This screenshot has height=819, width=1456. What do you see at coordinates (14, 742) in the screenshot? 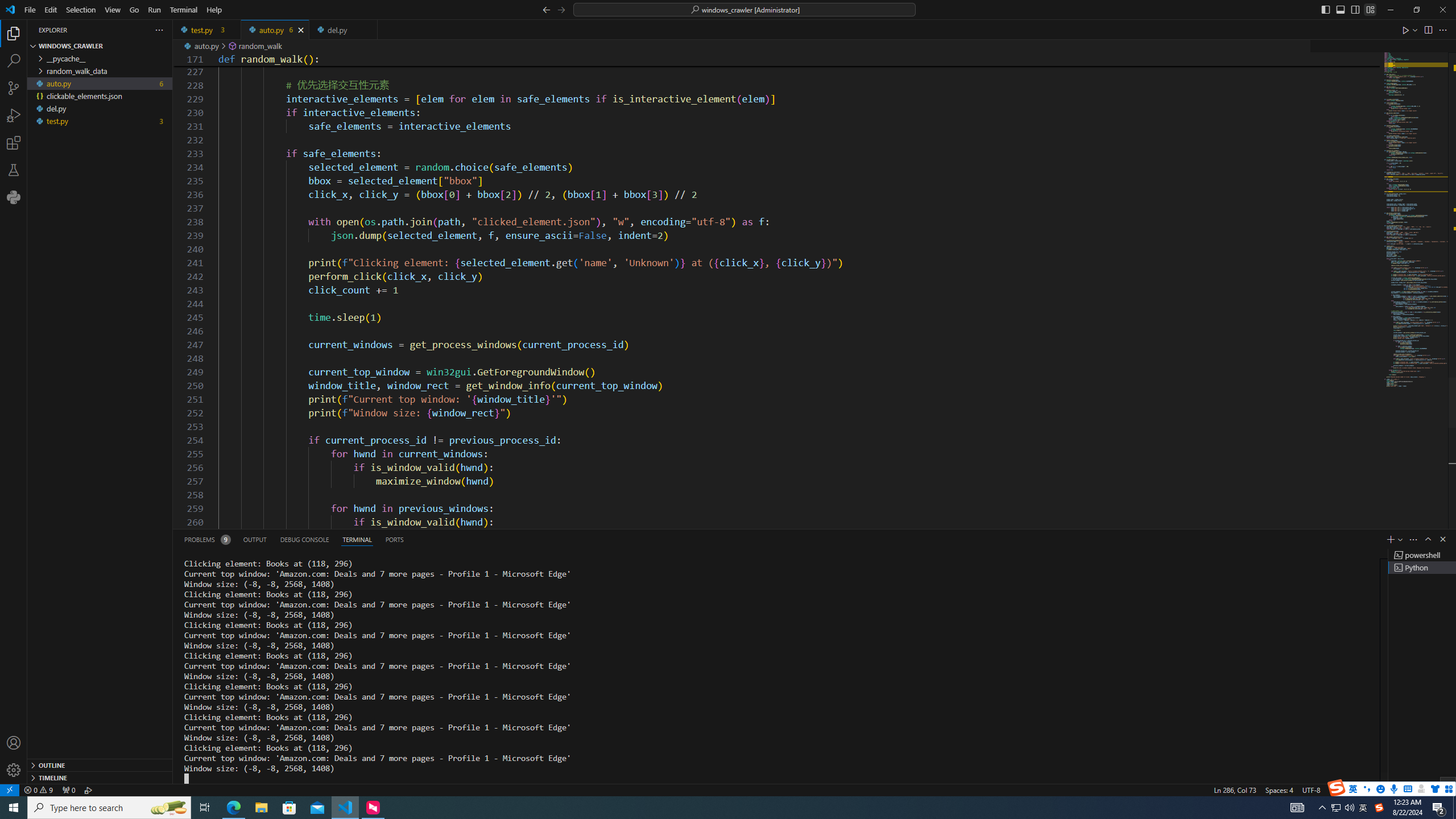
I see `'Accounts'` at bounding box center [14, 742].